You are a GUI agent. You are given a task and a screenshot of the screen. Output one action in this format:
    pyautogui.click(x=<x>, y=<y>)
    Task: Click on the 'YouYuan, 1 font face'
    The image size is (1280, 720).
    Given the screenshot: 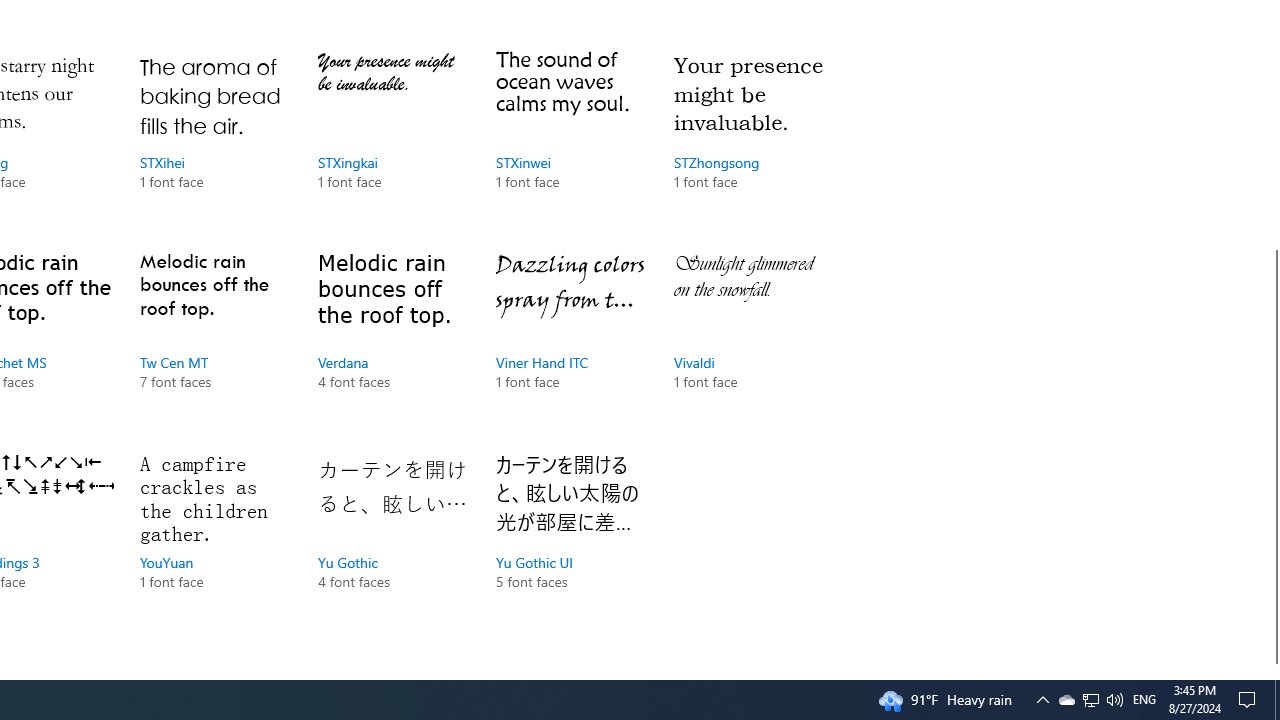 What is the action you would take?
    pyautogui.click(x=215, y=540)
    